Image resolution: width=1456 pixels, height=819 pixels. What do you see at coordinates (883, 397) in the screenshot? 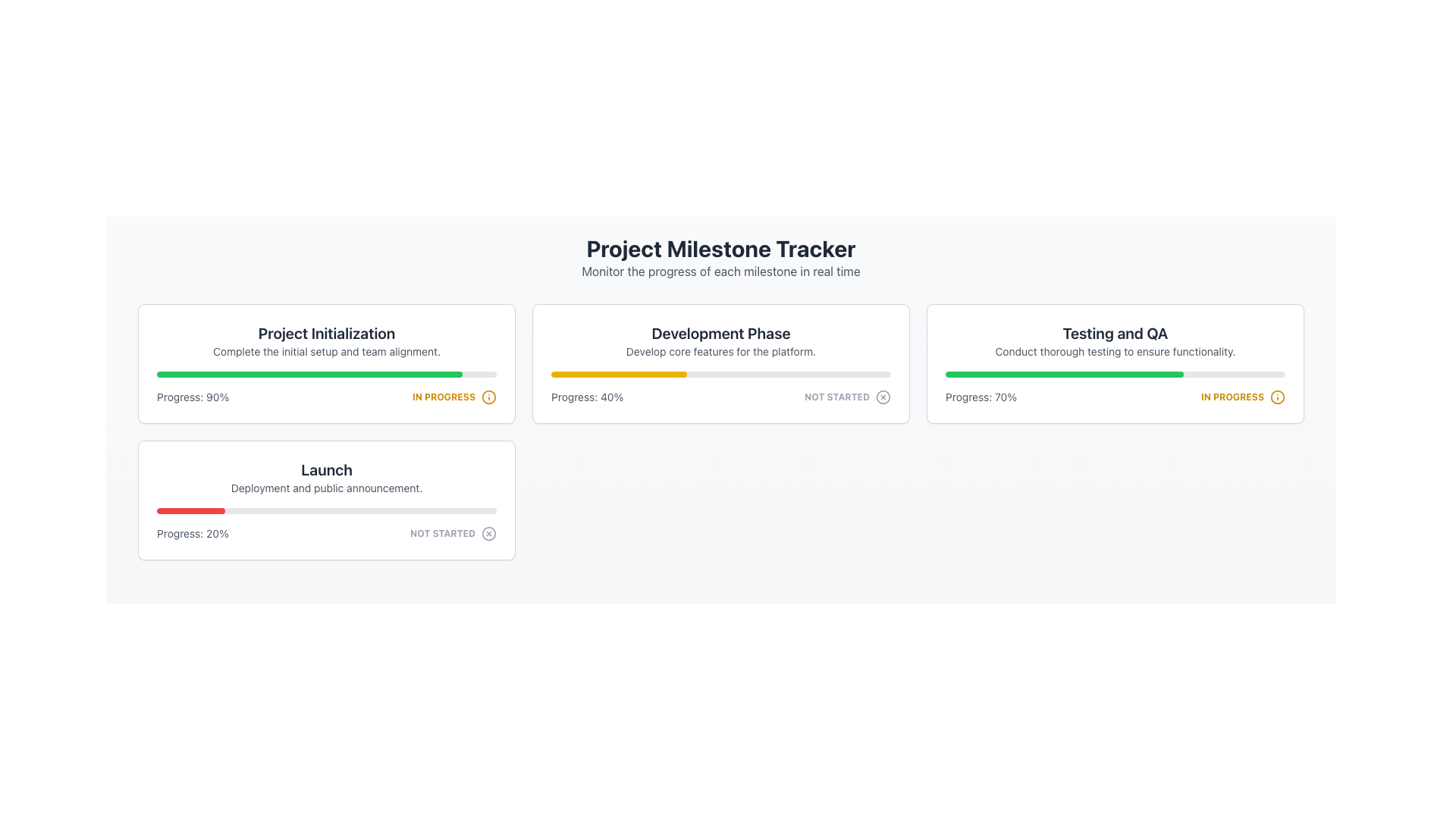
I see `the circular outline icon at the bottom right of the 'Development Phase' panel, which represents a 'not started' status` at bounding box center [883, 397].